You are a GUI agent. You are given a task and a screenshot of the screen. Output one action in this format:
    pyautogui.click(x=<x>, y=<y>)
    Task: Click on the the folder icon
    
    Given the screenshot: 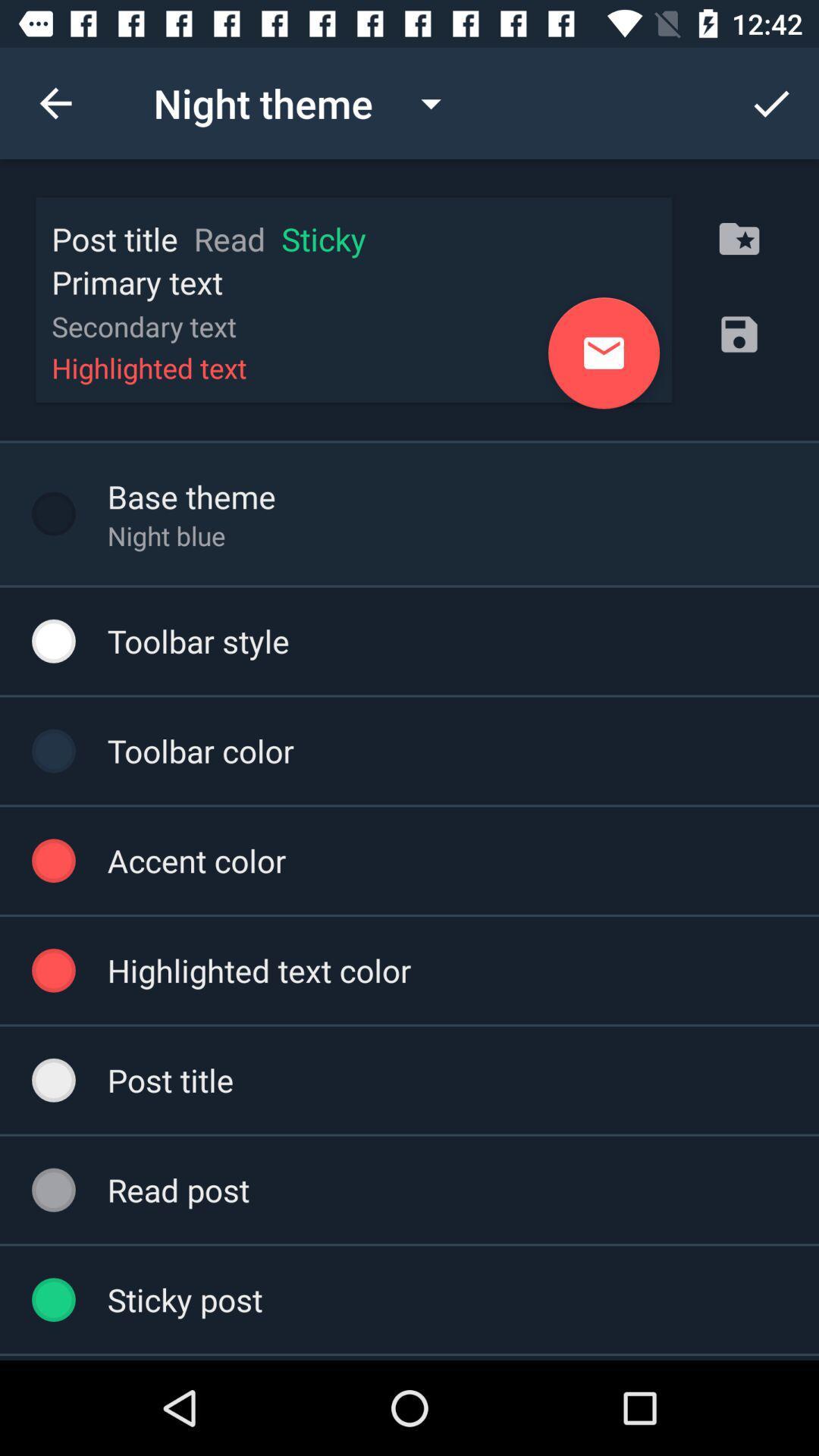 What is the action you would take?
    pyautogui.click(x=739, y=238)
    